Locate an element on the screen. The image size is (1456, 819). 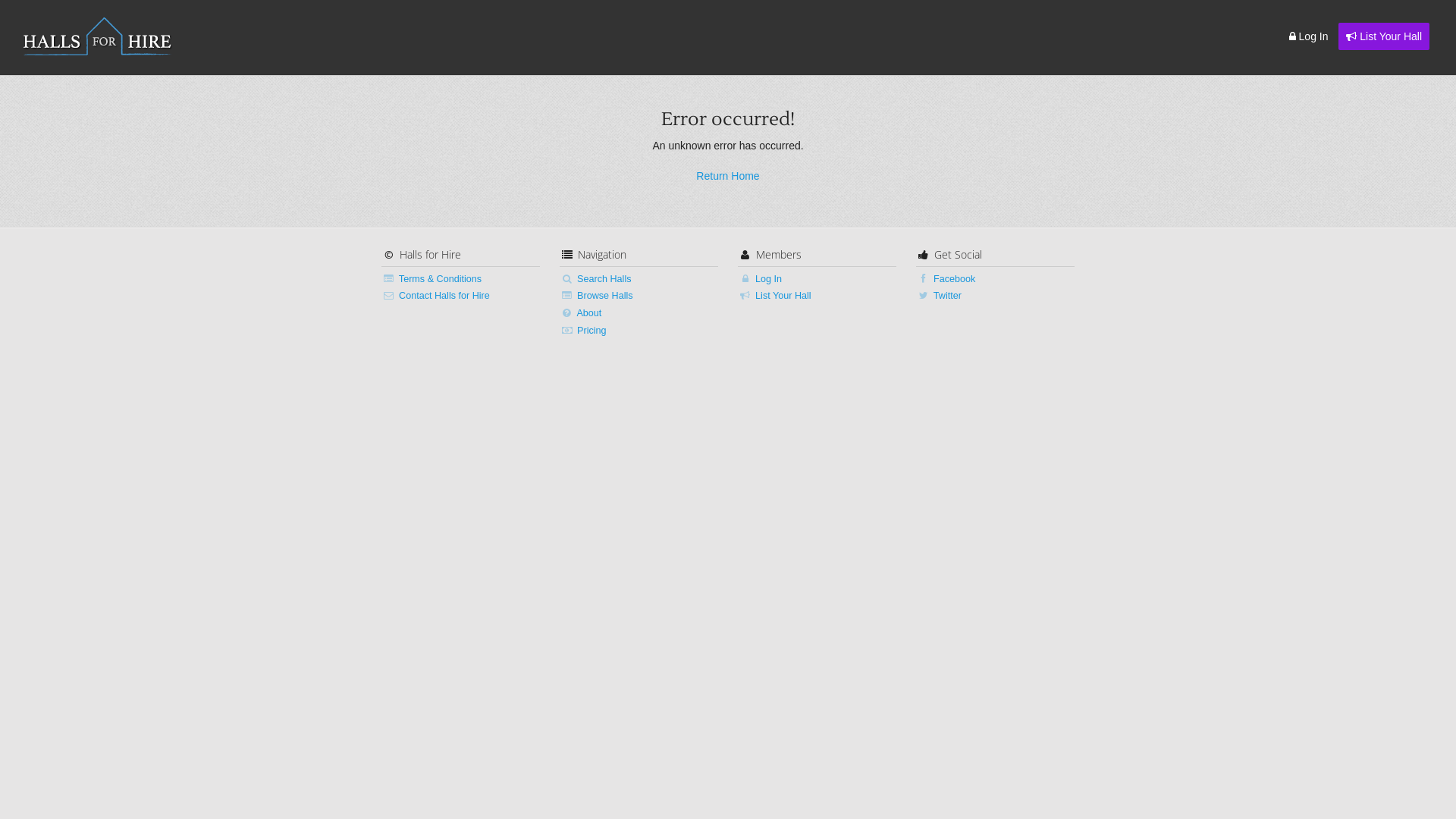
'Log In' is located at coordinates (1308, 35).